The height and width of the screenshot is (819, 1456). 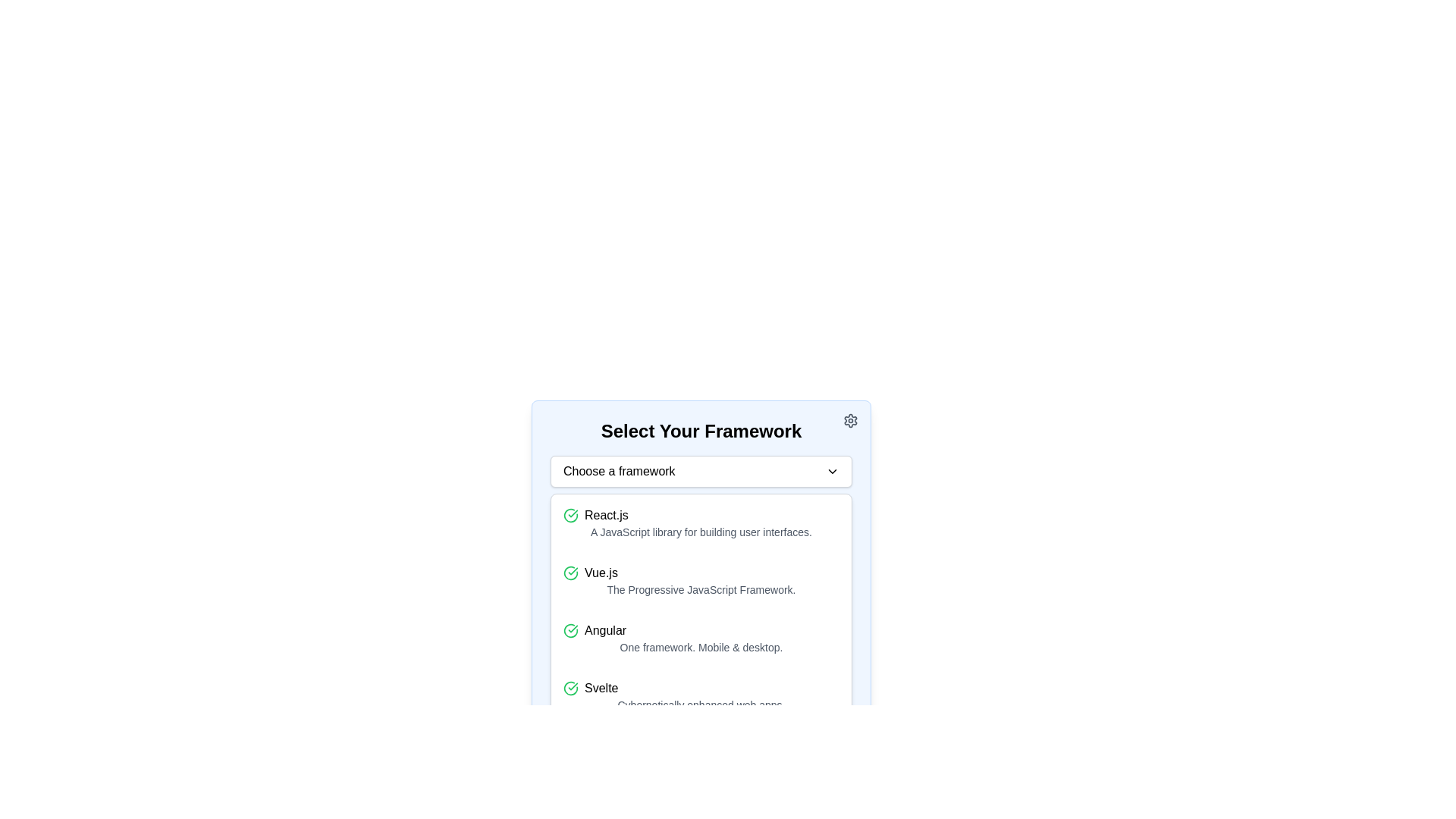 I want to click on the dropdown menu labeled 'Choose a framework', so click(x=701, y=470).